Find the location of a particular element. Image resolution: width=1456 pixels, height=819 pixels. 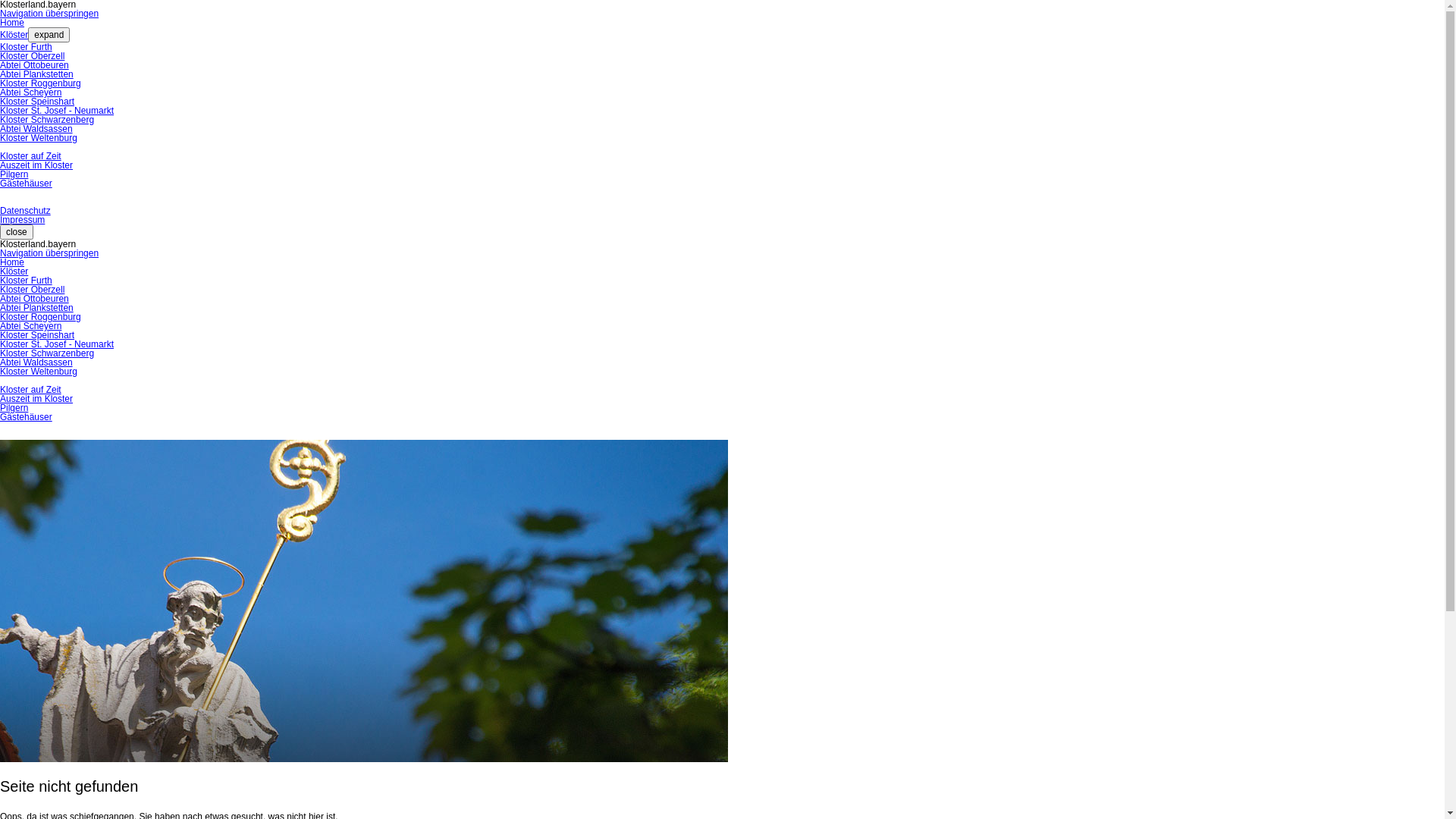

'Home' is located at coordinates (11, 262).